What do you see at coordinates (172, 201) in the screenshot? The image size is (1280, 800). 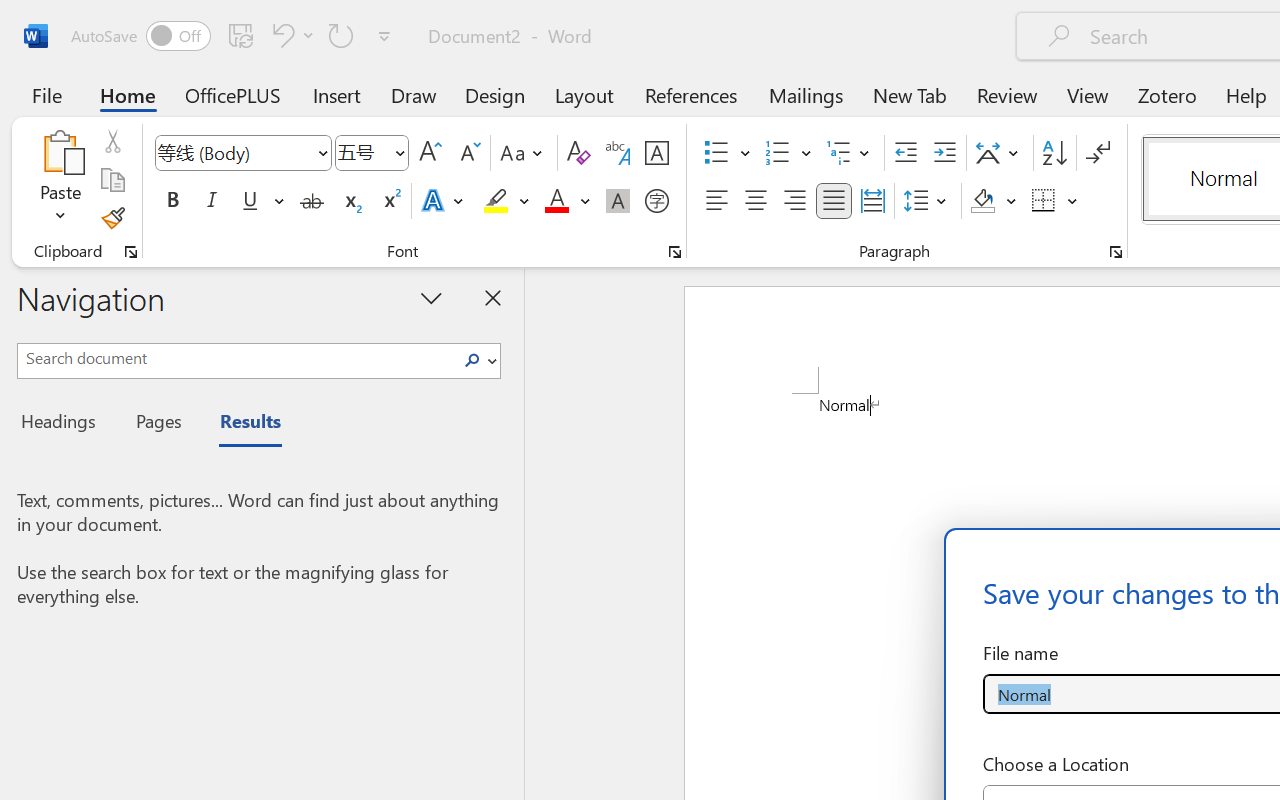 I see `'Bold'` at bounding box center [172, 201].